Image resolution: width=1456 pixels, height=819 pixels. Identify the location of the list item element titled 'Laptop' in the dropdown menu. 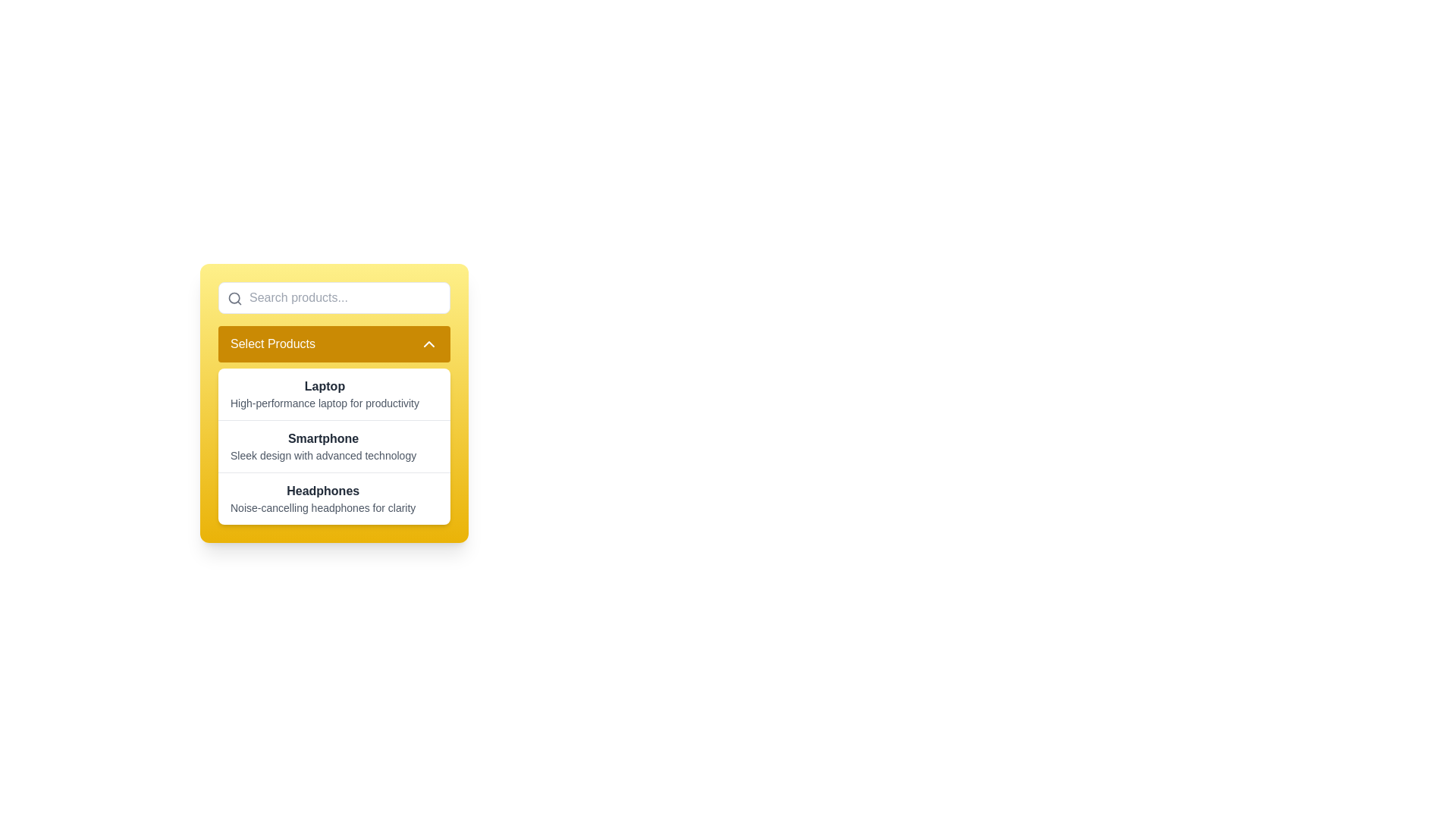
(334, 394).